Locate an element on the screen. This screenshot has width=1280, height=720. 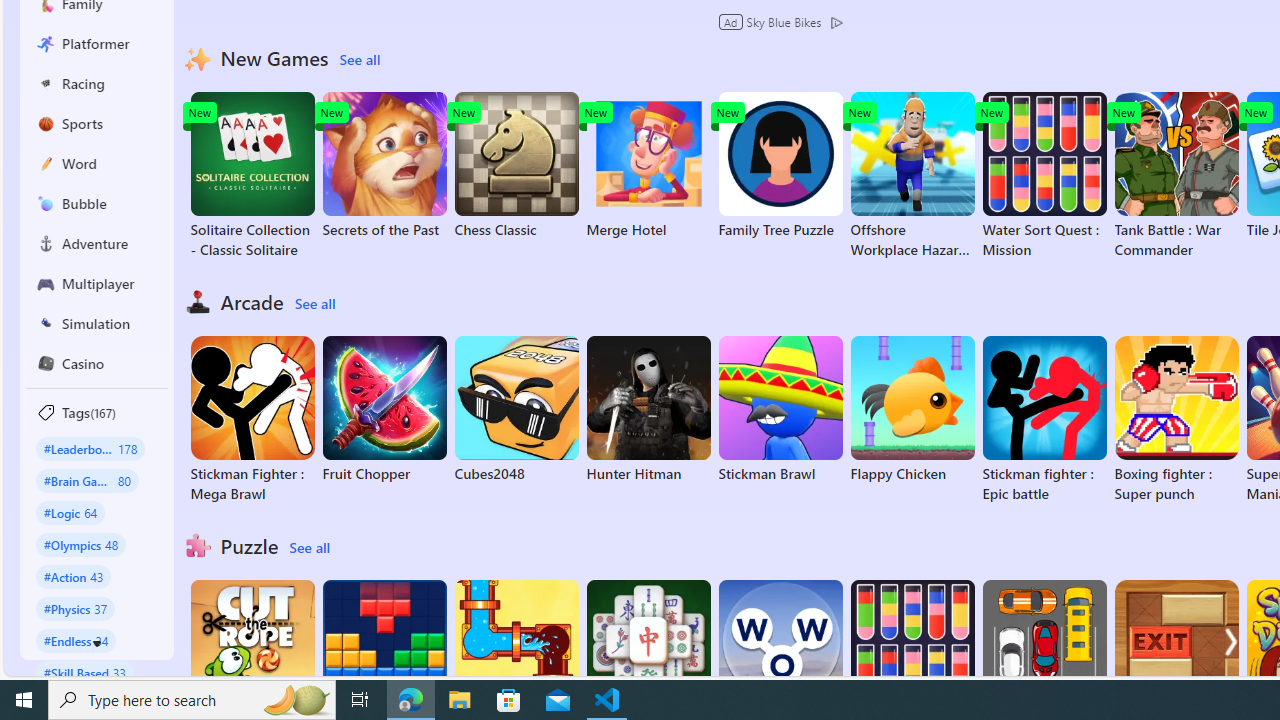
'Stickman Brawl' is located at coordinates (779, 409).